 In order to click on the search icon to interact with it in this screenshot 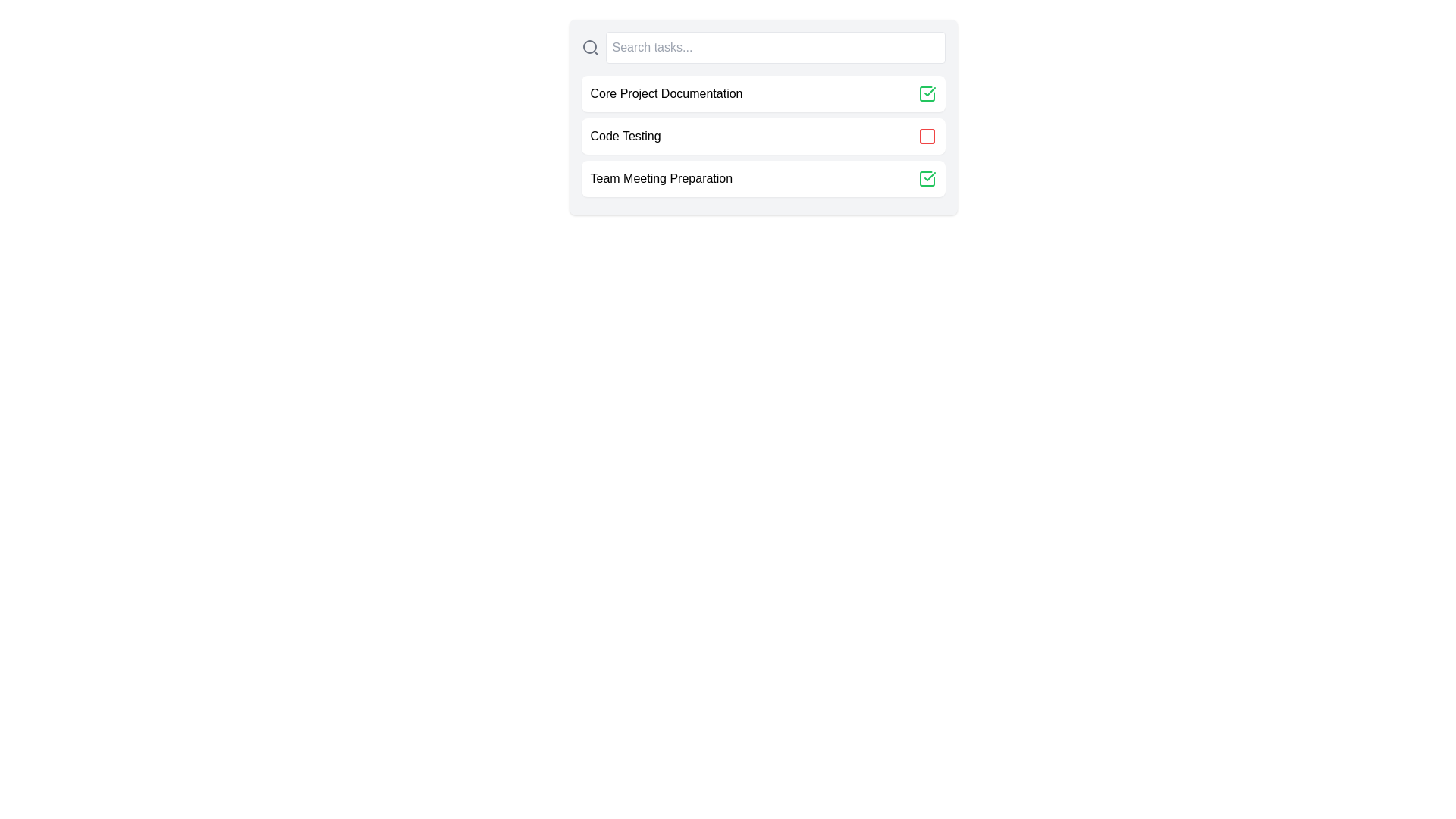, I will do `click(589, 46)`.